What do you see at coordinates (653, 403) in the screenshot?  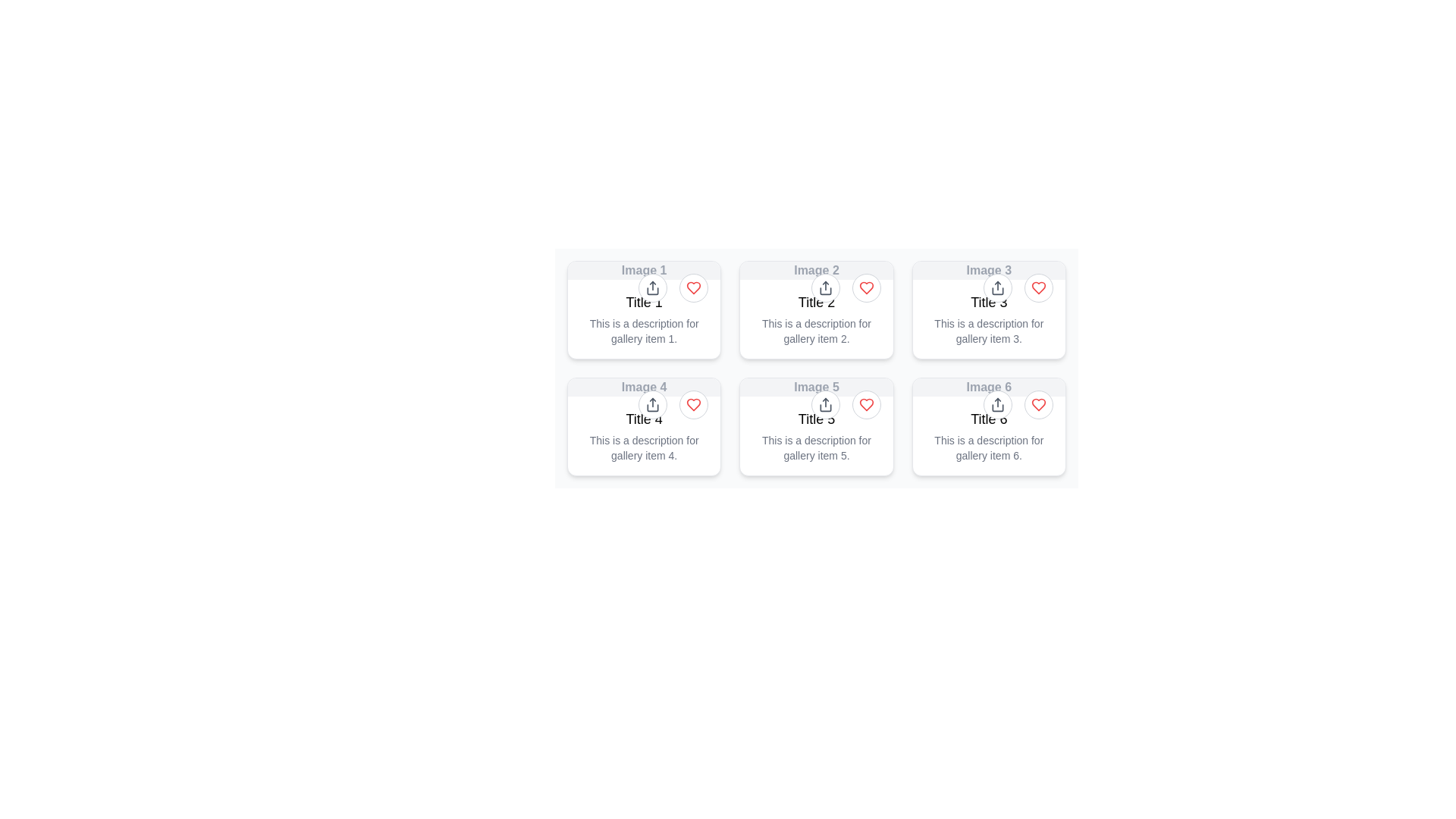 I see `the share icon button, which is a clean gray upward arrow located centrally in the top area of the fourth gallery card` at bounding box center [653, 403].